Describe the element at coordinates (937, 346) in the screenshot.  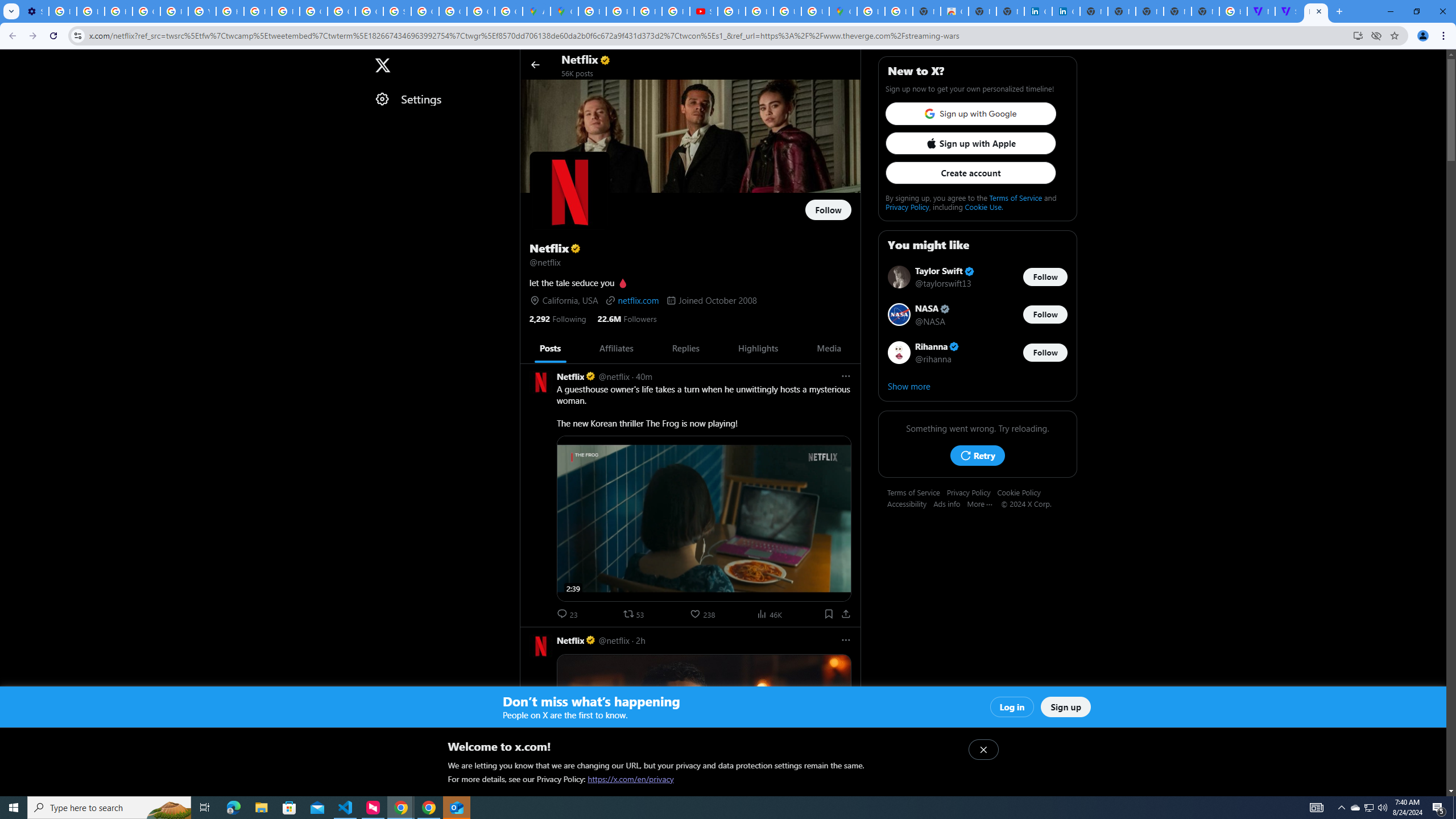
I see `'Rihanna Verified account'` at that location.